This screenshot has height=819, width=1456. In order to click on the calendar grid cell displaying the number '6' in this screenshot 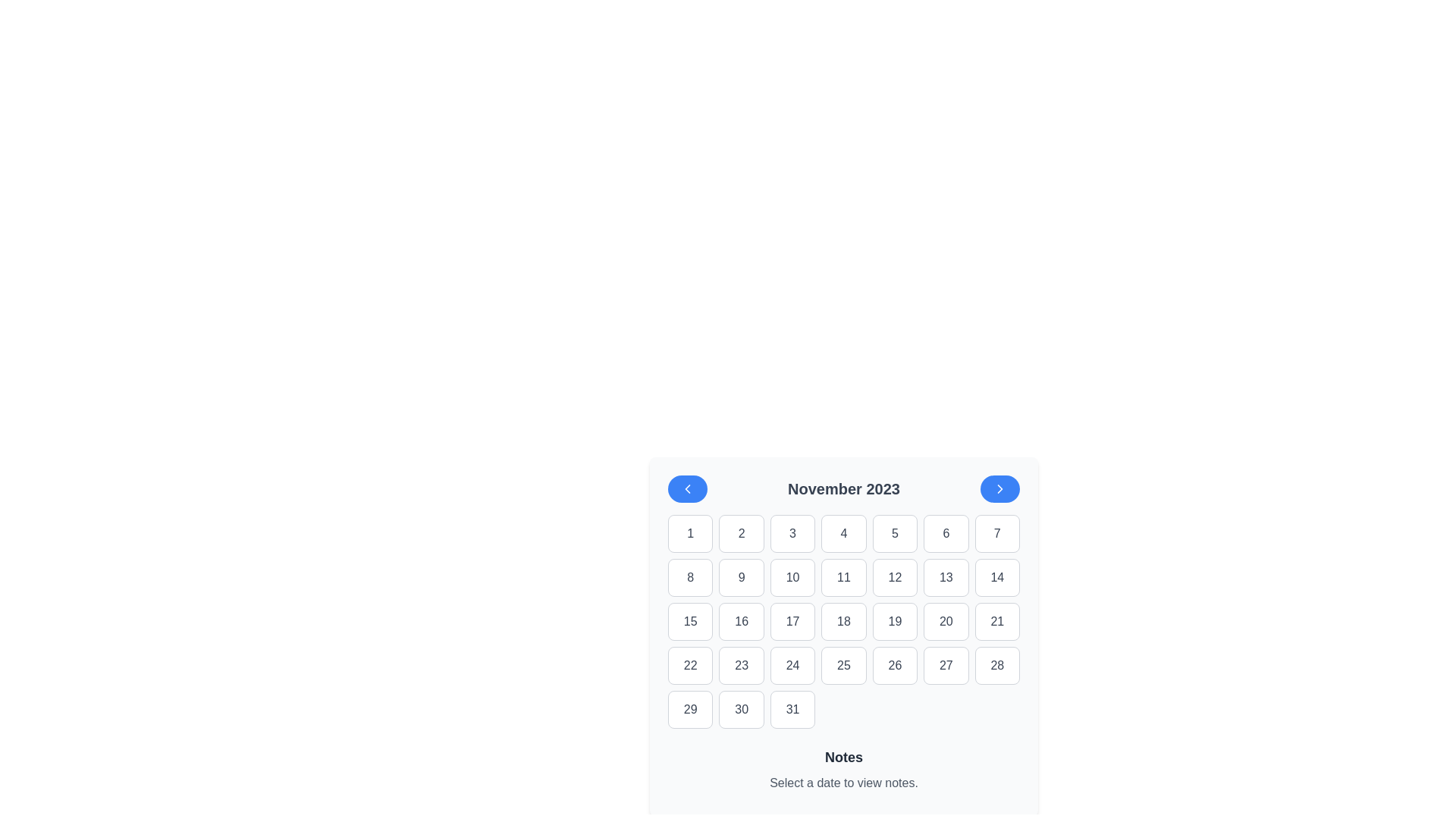, I will do `click(945, 533)`.